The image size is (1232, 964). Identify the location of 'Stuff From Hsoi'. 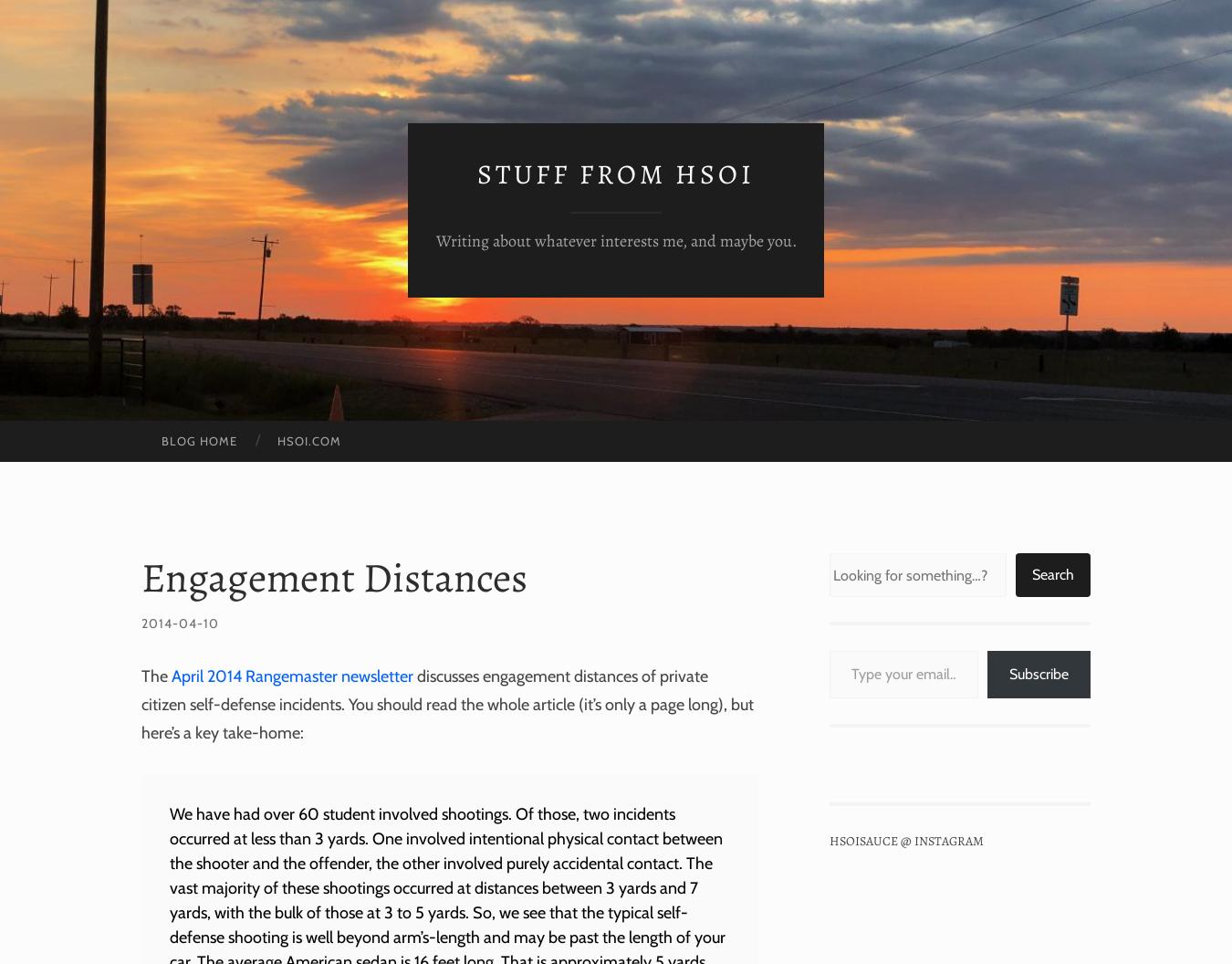
(616, 173).